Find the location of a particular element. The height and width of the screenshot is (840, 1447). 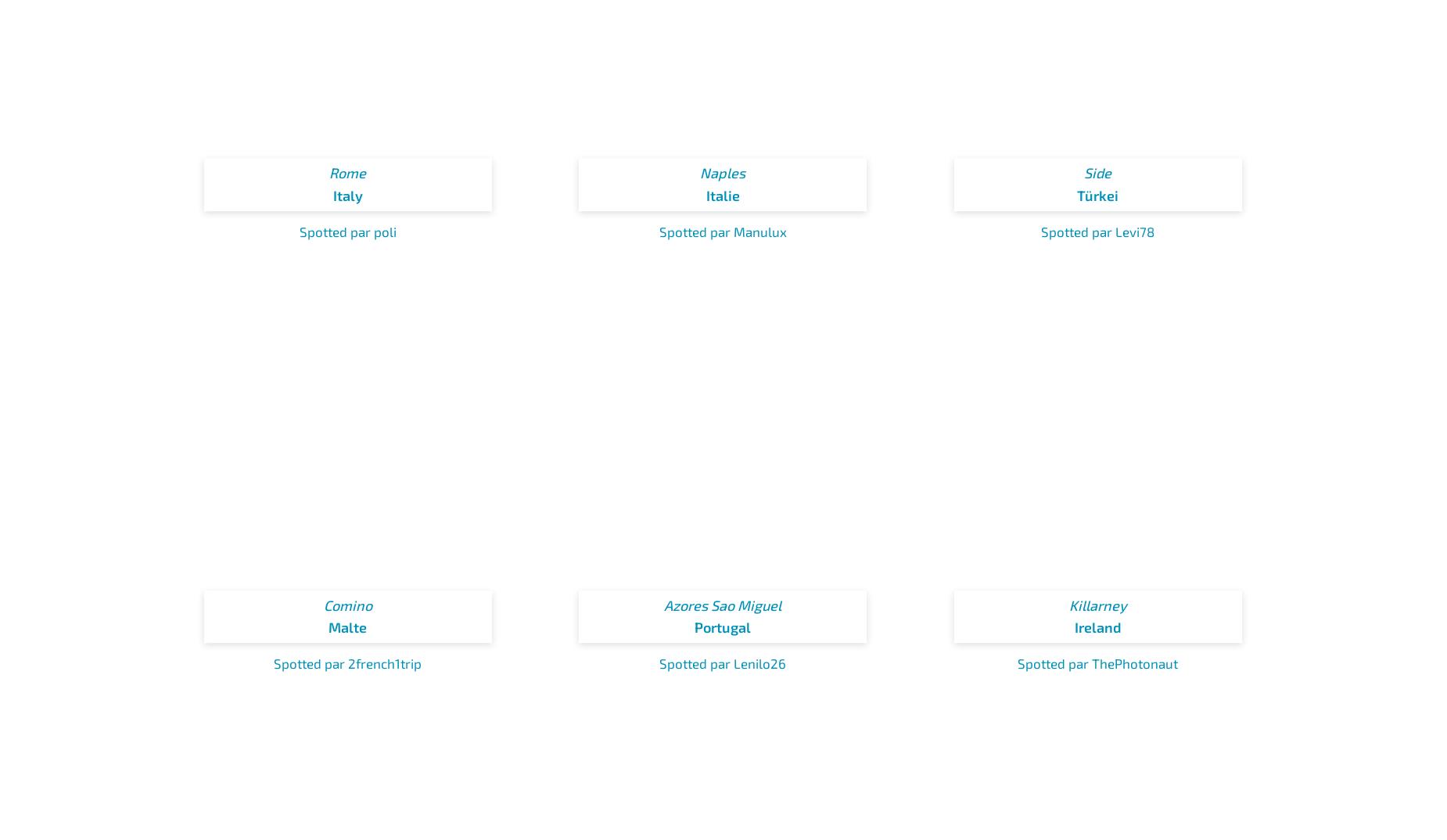

'Spotted par Levi78' is located at coordinates (1097, 231).